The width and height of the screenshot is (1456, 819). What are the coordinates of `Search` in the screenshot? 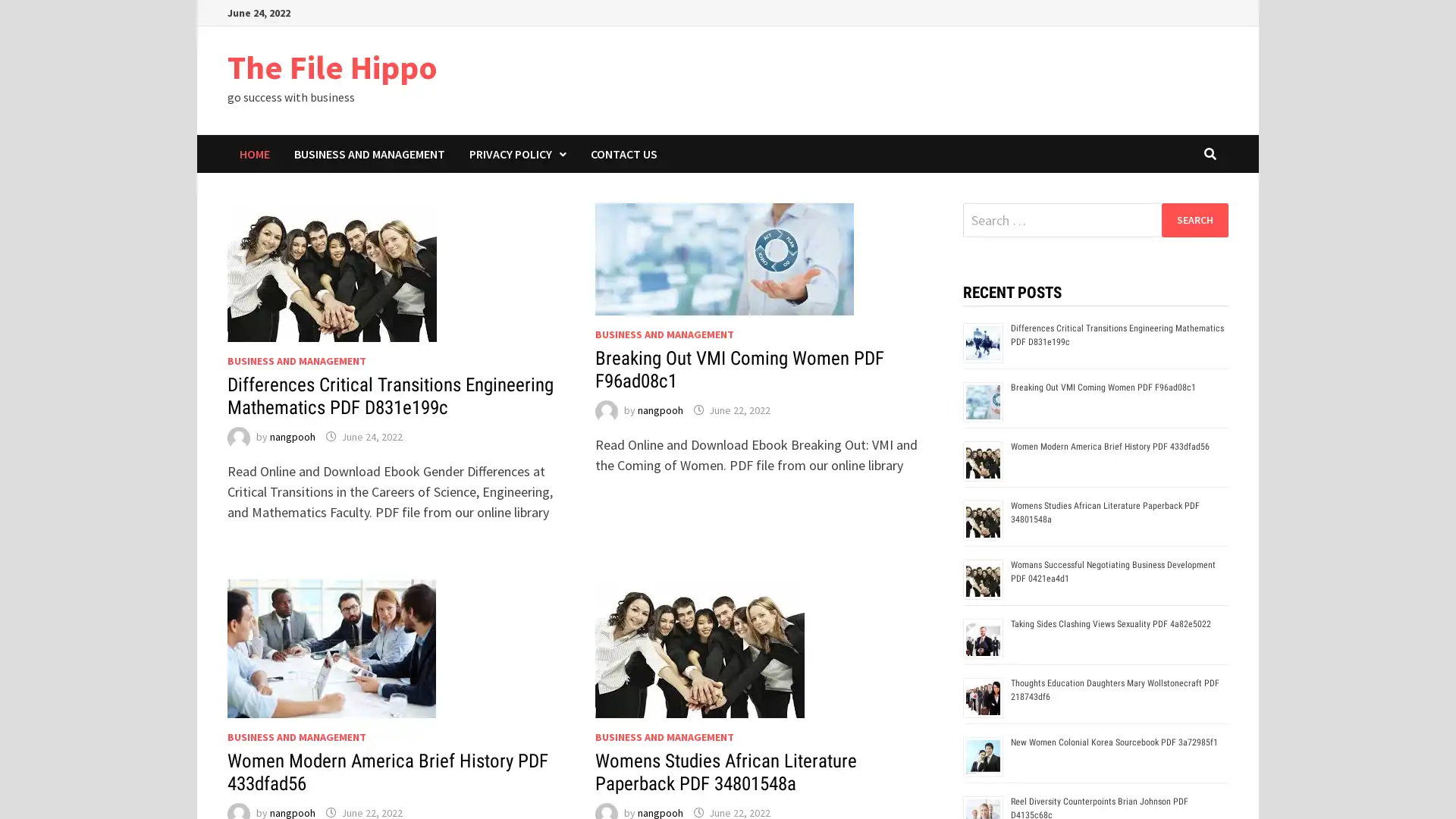 It's located at (1194, 219).